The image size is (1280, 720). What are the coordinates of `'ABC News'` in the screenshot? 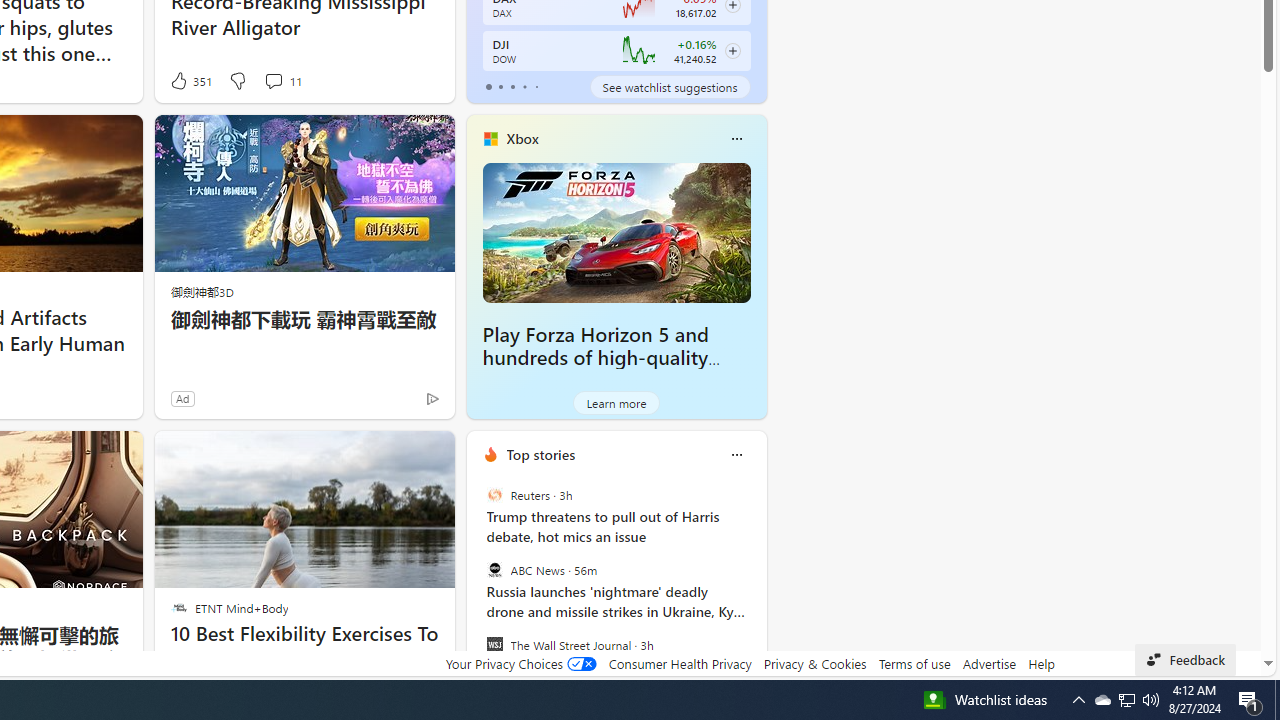 It's located at (494, 570).